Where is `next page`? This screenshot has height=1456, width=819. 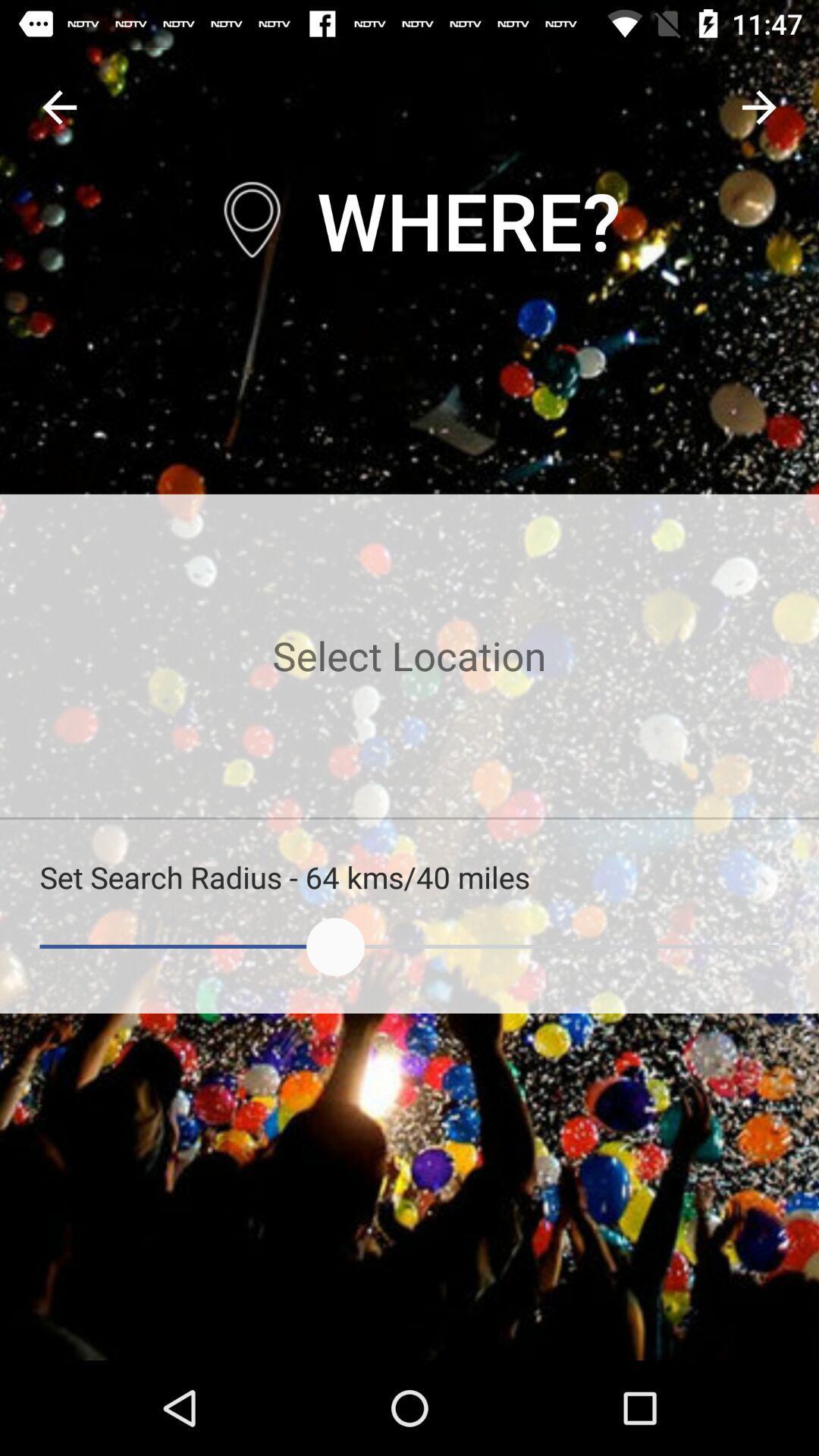
next page is located at coordinates (759, 106).